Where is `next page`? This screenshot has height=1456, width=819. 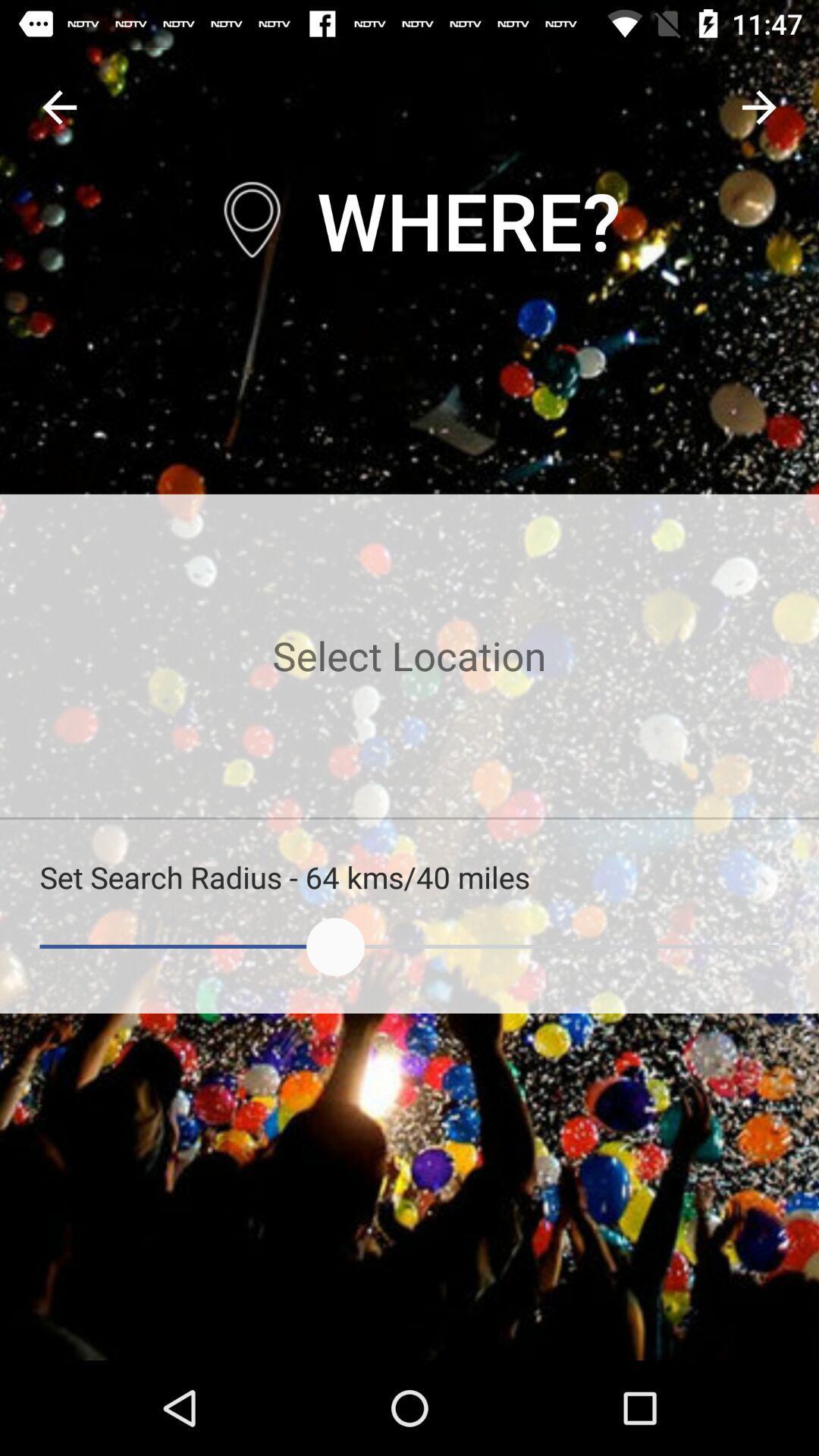
next page is located at coordinates (759, 106).